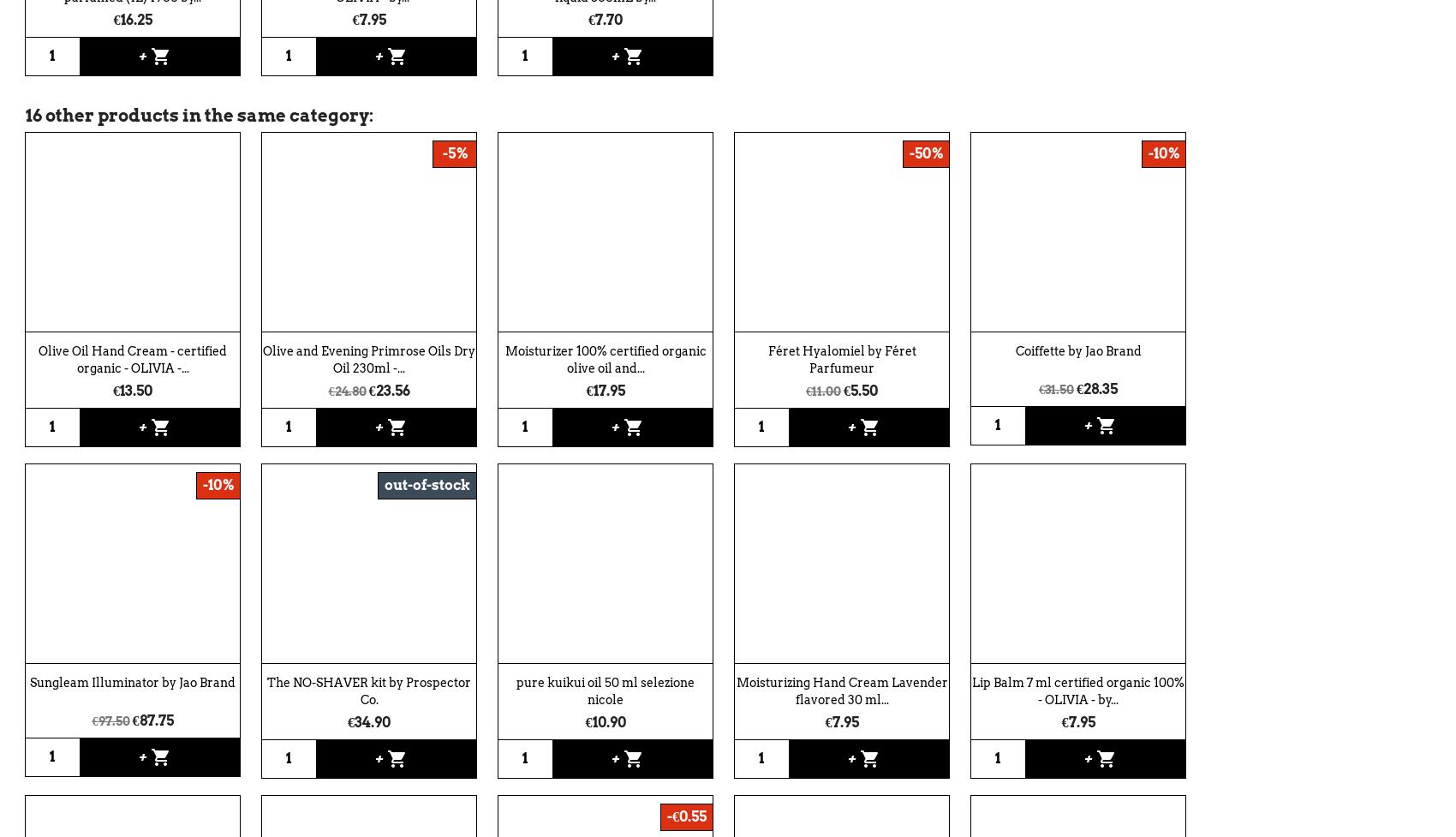  What do you see at coordinates (1077, 691) in the screenshot?
I see `'Lip Balm 7 ml certified organic 100% - OLIVIA - by...'` at bounding box center [1077, 691].